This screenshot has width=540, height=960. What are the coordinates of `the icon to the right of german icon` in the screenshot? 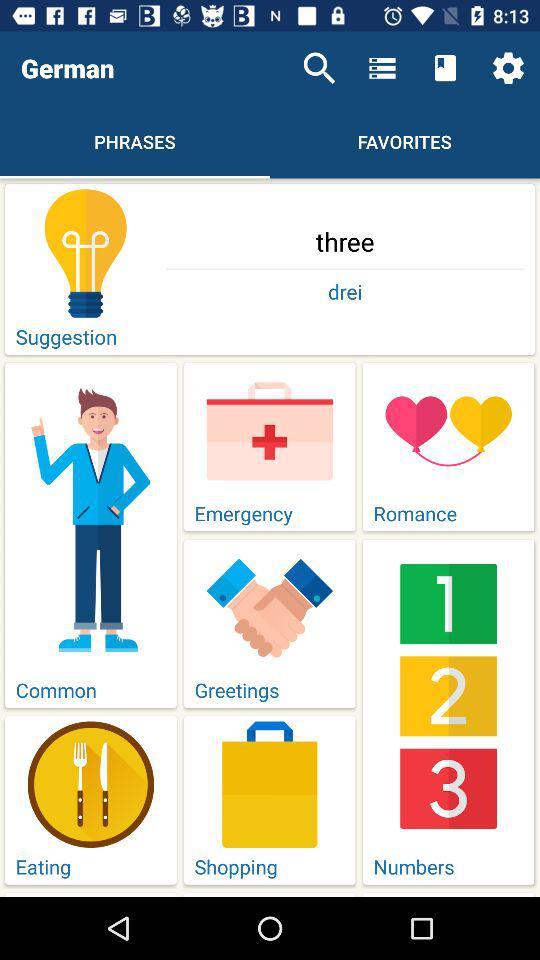 It's located at (319, 68).